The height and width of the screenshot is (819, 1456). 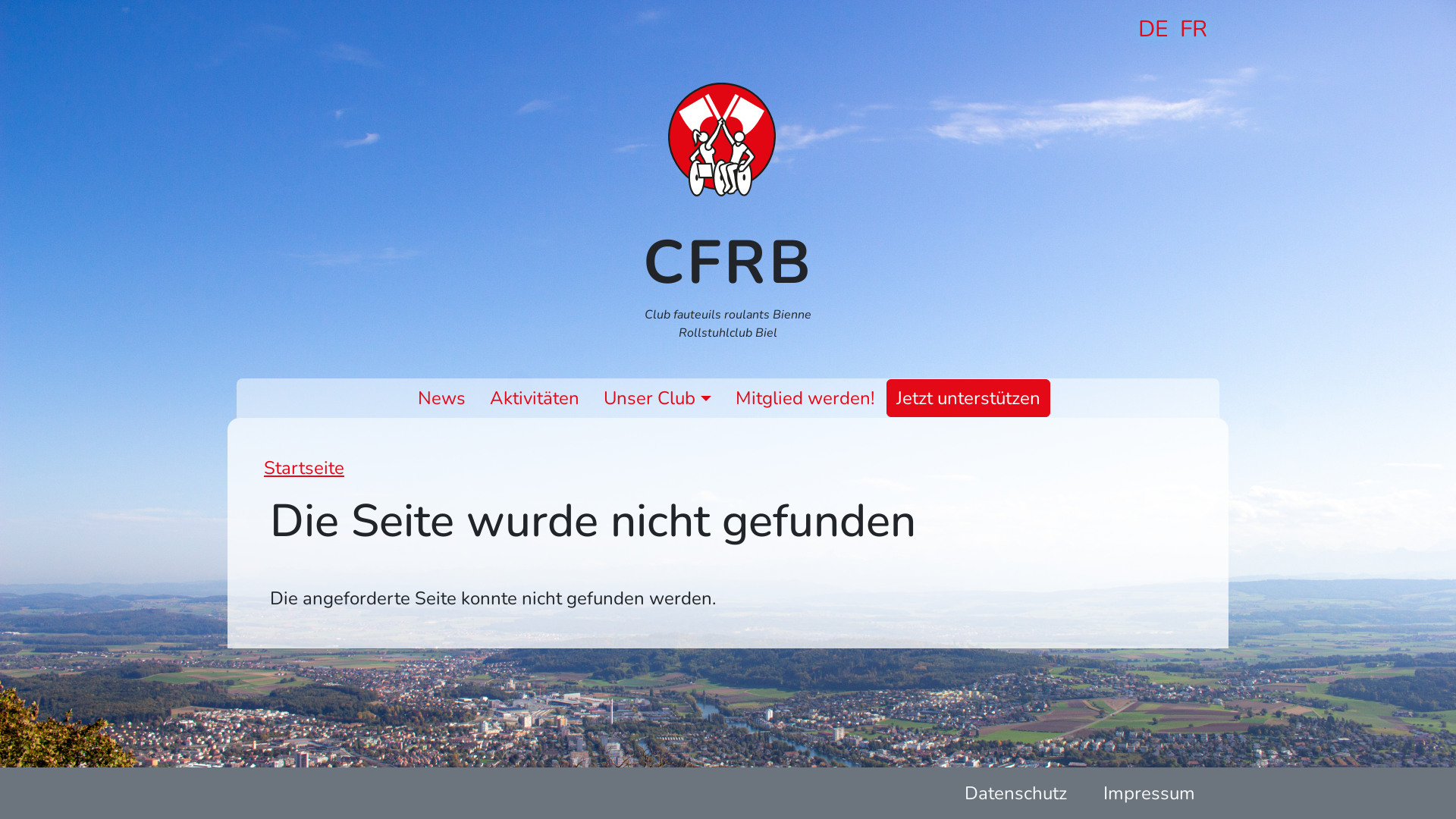 I want to click on 'Startseite', so click(x=303, y=467).